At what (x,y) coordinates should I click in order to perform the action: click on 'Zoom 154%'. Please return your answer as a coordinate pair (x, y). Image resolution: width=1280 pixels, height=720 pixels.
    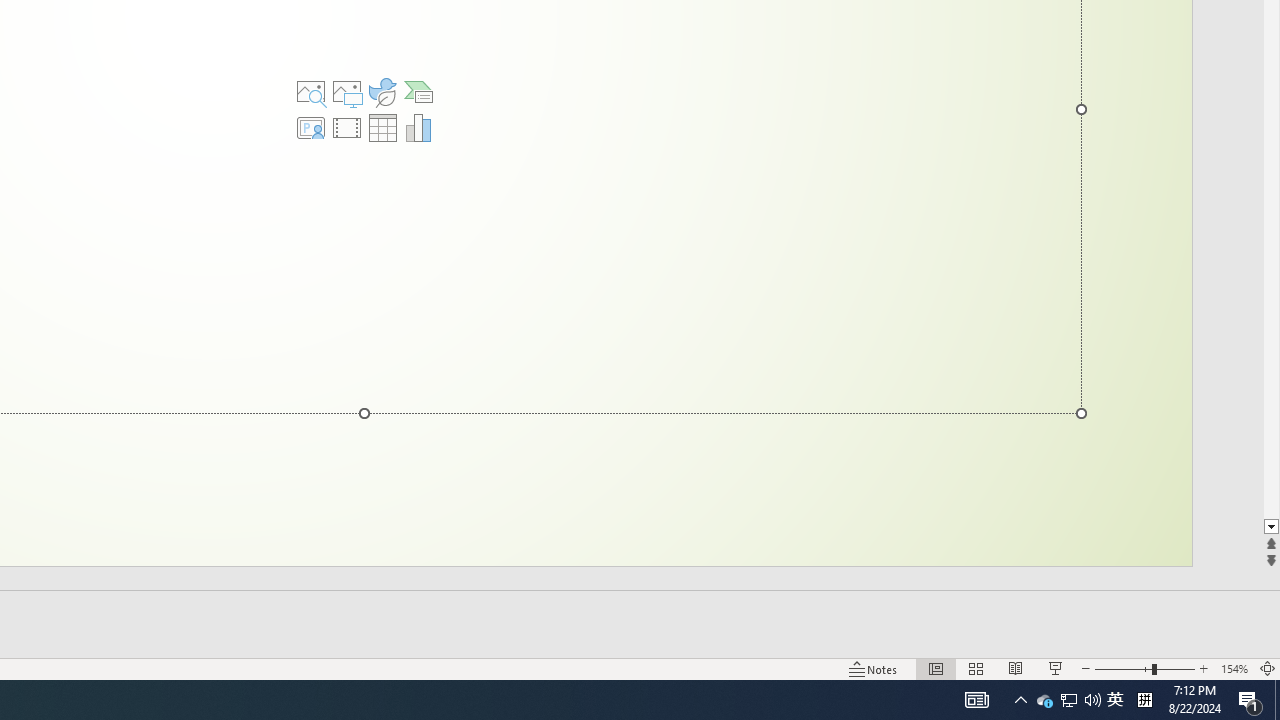
    Looking at the image, I should click on (1233, 669).